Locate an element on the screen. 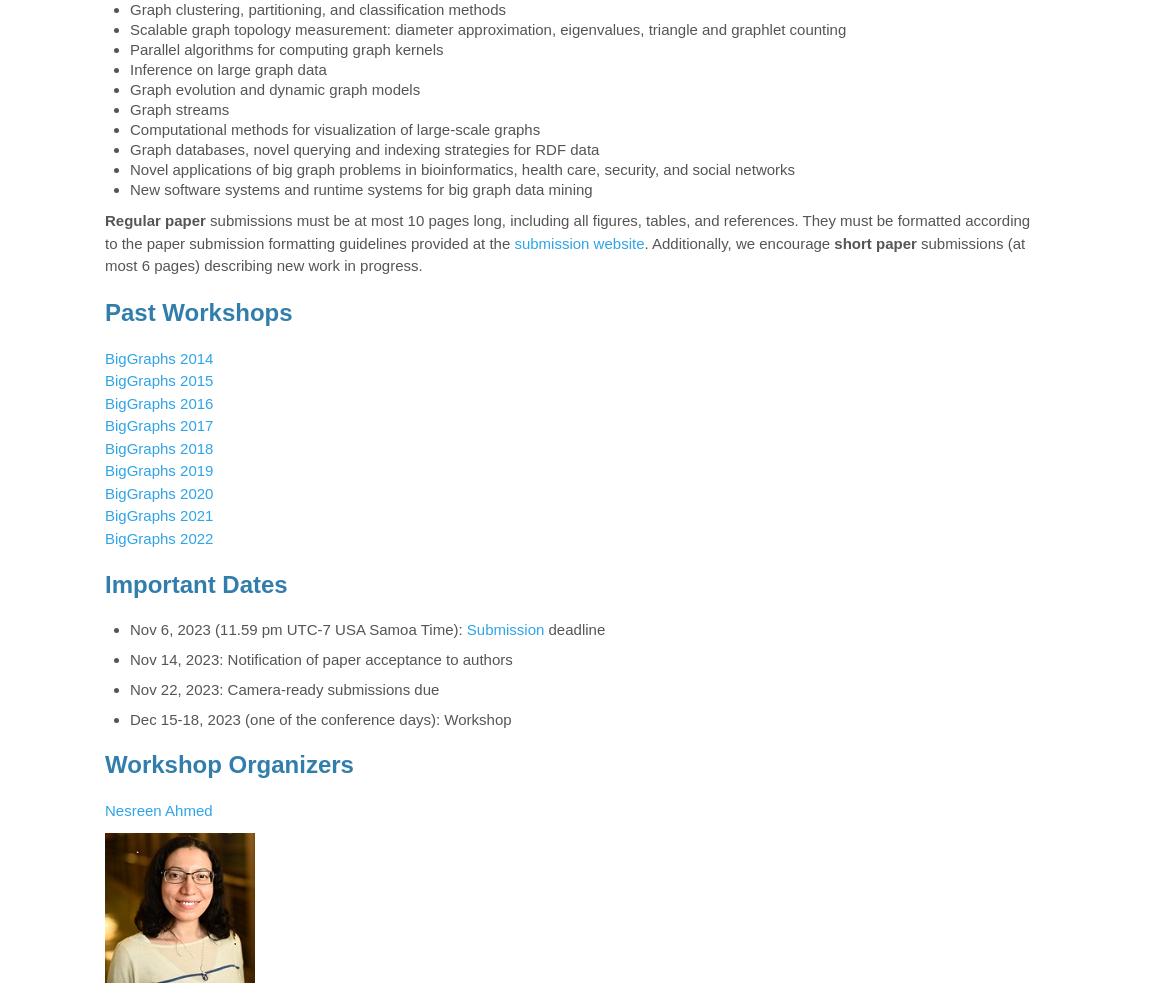  'Nov 22, 2023: Camera-ready submissions due' is located at coordinates (283, 689).